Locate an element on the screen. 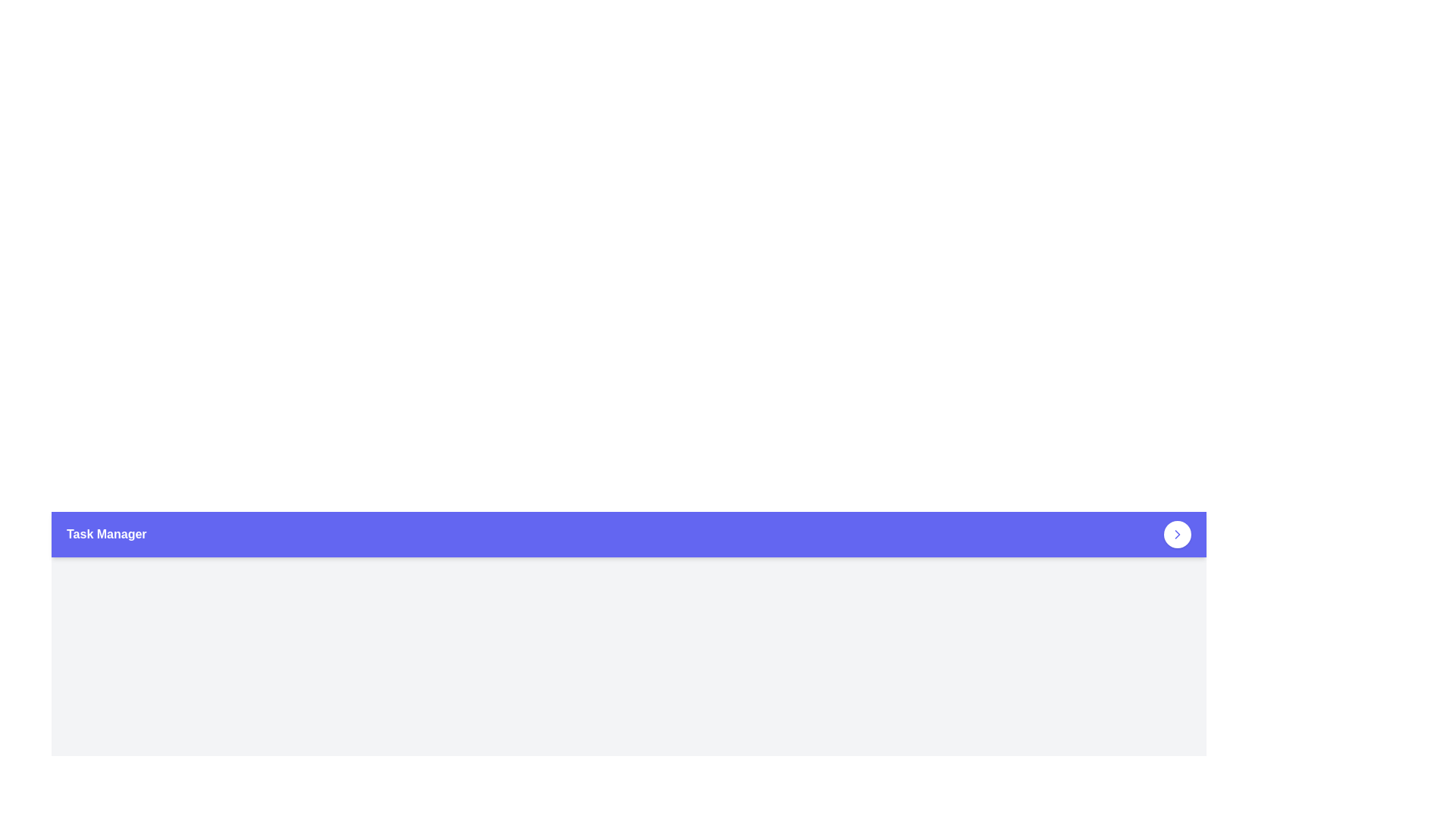  the rightward chevron icon located within a circular button beside the 'Task Manager' header to initiate a navigation action is located at coordinates (1177, 534).